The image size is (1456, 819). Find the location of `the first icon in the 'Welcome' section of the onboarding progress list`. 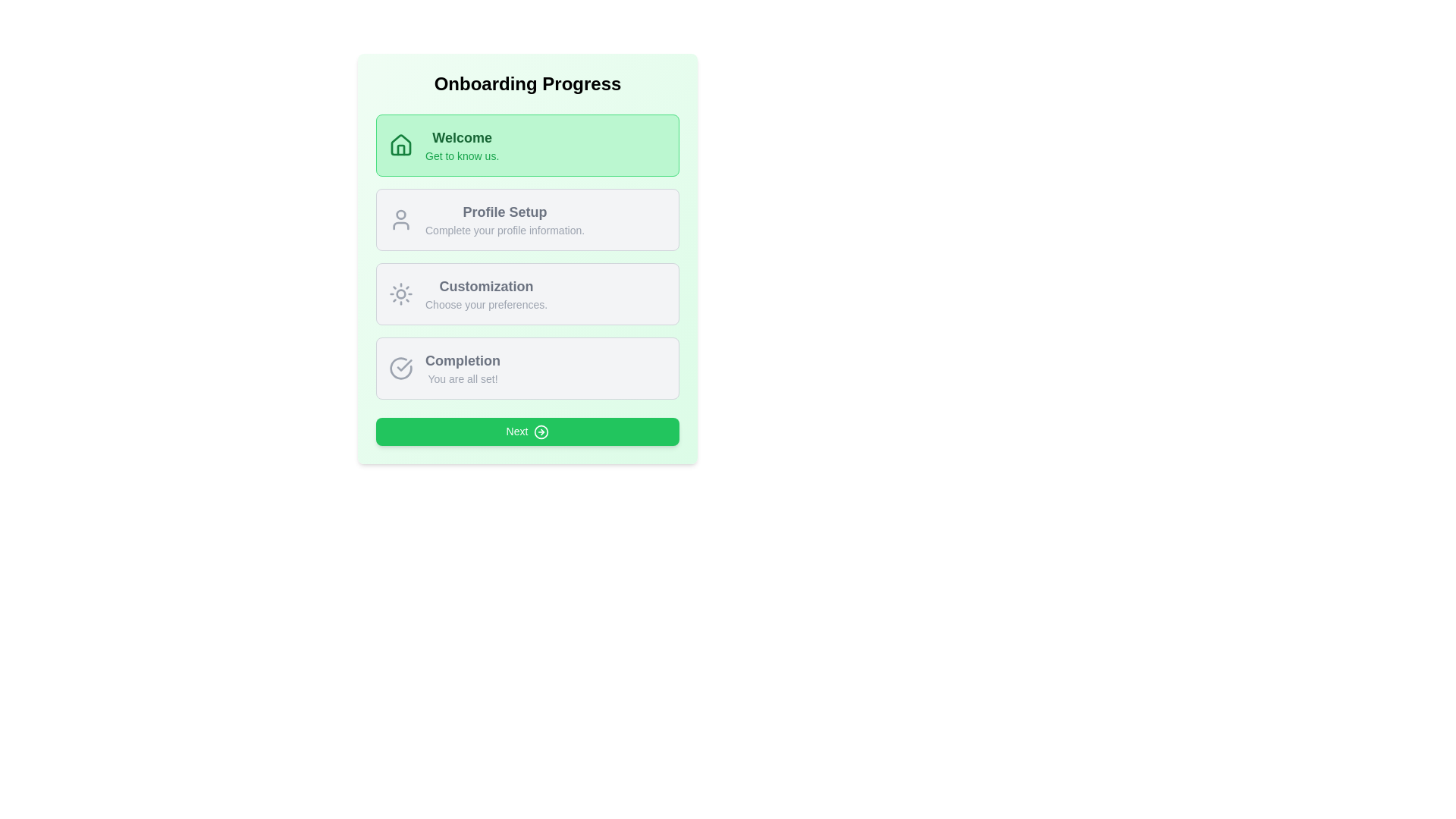

the first icon in the 'Welcome' section of the onboarding progress list is located at coordinates (400, 146).